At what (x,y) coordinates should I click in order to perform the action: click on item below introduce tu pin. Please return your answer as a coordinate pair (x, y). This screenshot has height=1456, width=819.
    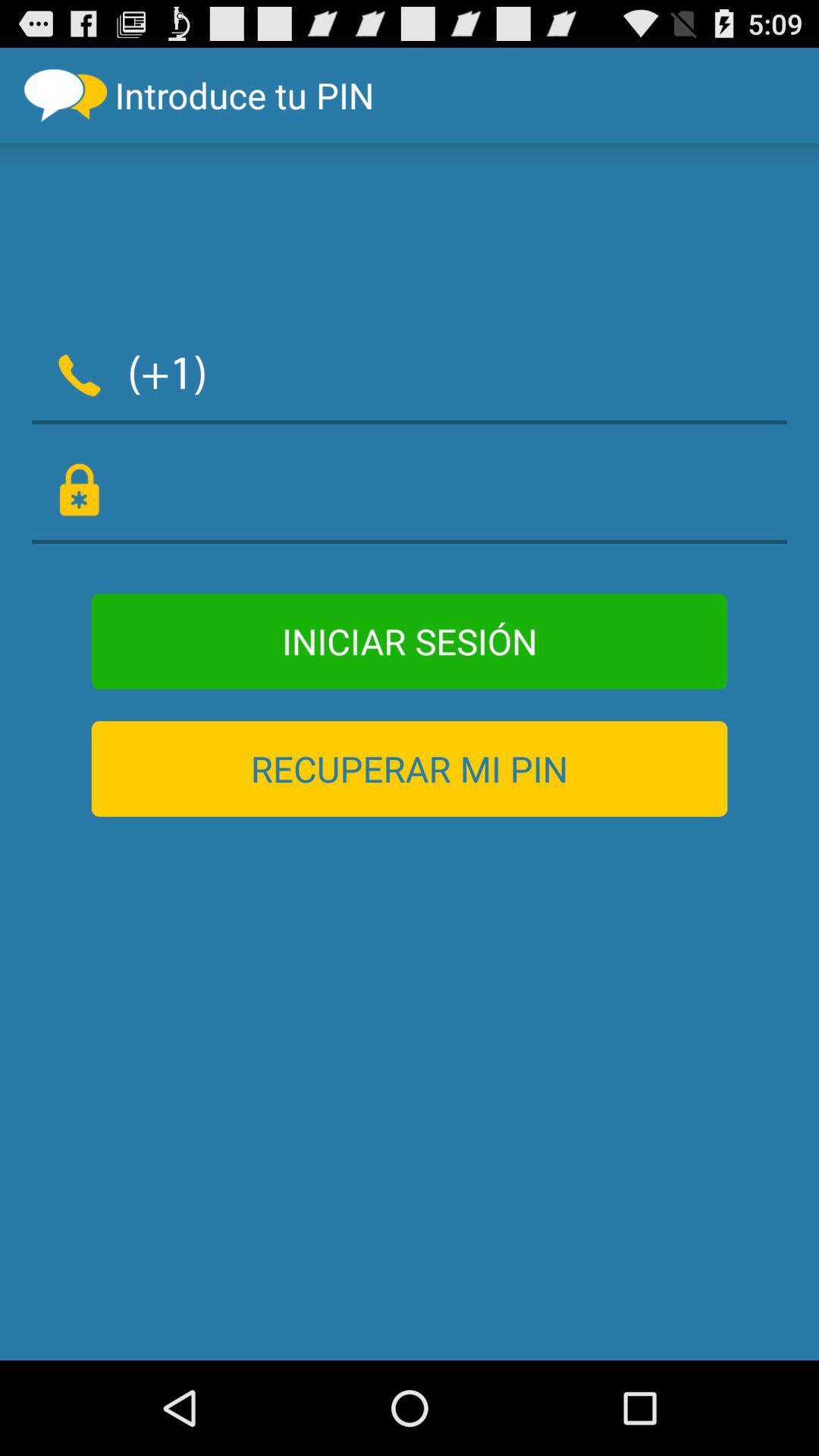
    Looking at the image, I should click on (507, 372).